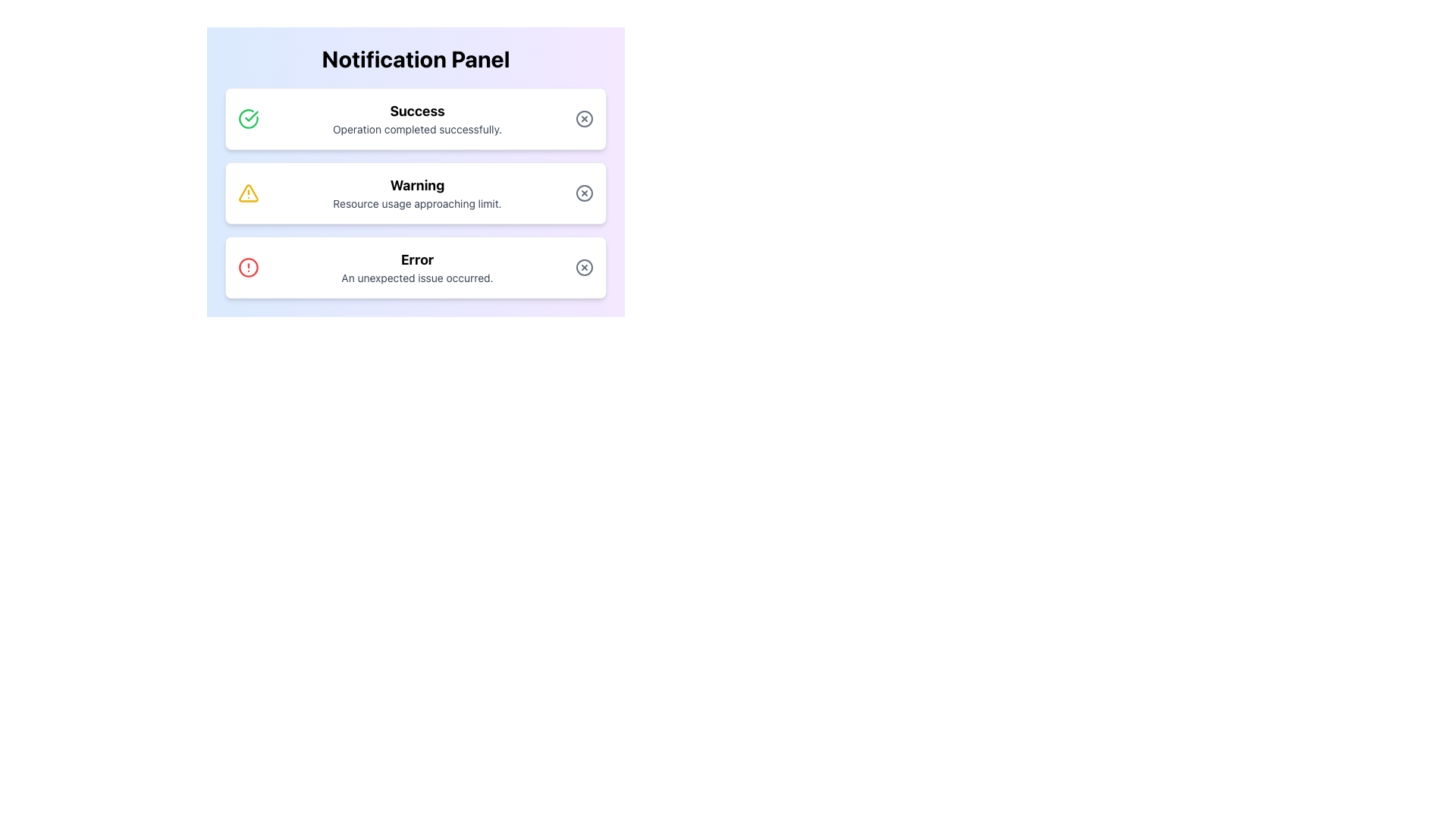  Describe the element at coordinates (248, 267) in the screenshot. I see `the error alert icon located within the 'Error' notification box, which is on the left side adjacent to the text 'Error' and 'An unexpected issue occurred.'` at that location.